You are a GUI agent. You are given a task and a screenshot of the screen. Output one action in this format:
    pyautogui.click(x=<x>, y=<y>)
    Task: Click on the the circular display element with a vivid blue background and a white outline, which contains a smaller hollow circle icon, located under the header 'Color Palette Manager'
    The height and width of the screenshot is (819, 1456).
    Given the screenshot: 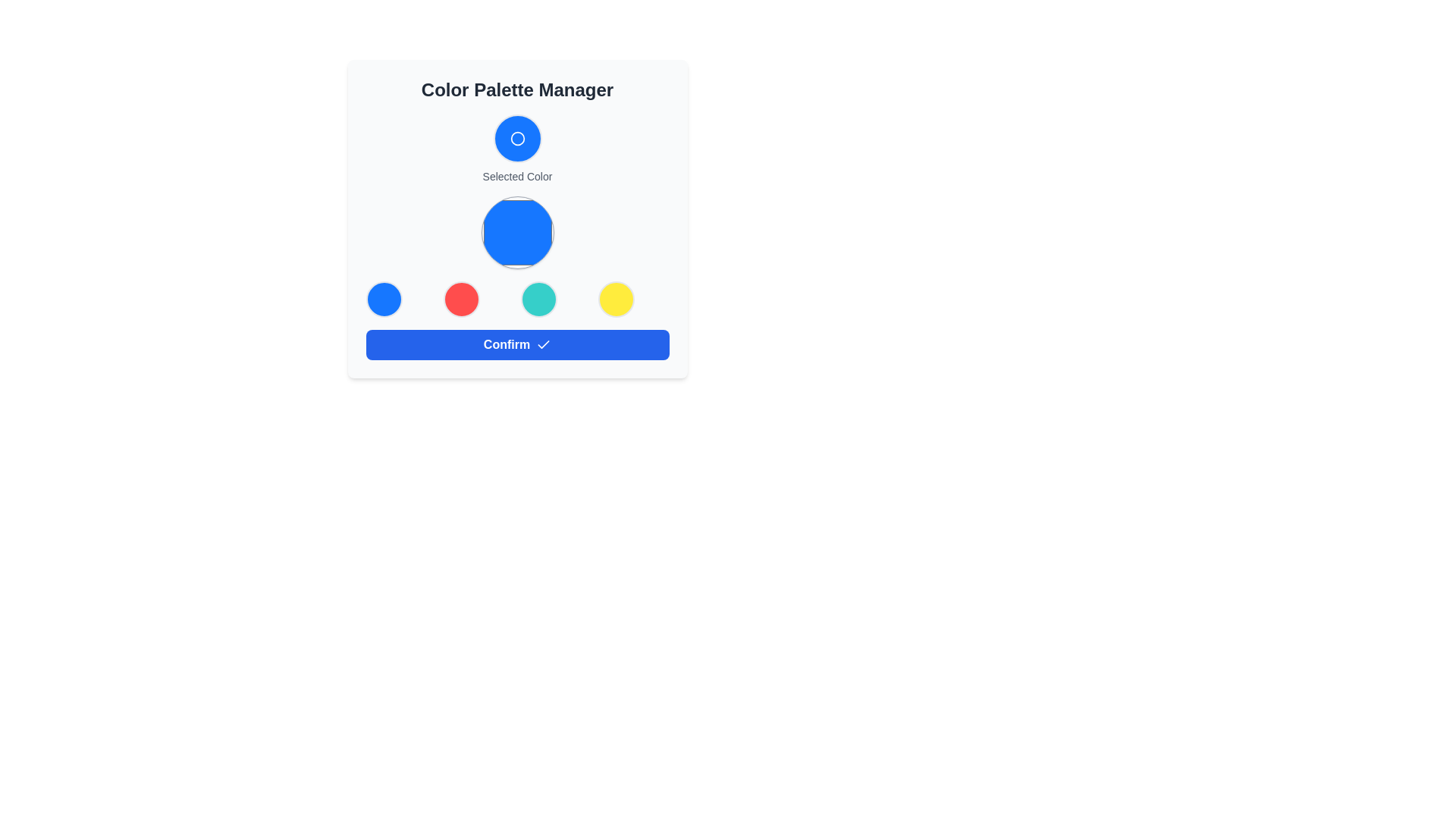 What is the action you would take?
    pyautogui.click(x=517, y=138)
    